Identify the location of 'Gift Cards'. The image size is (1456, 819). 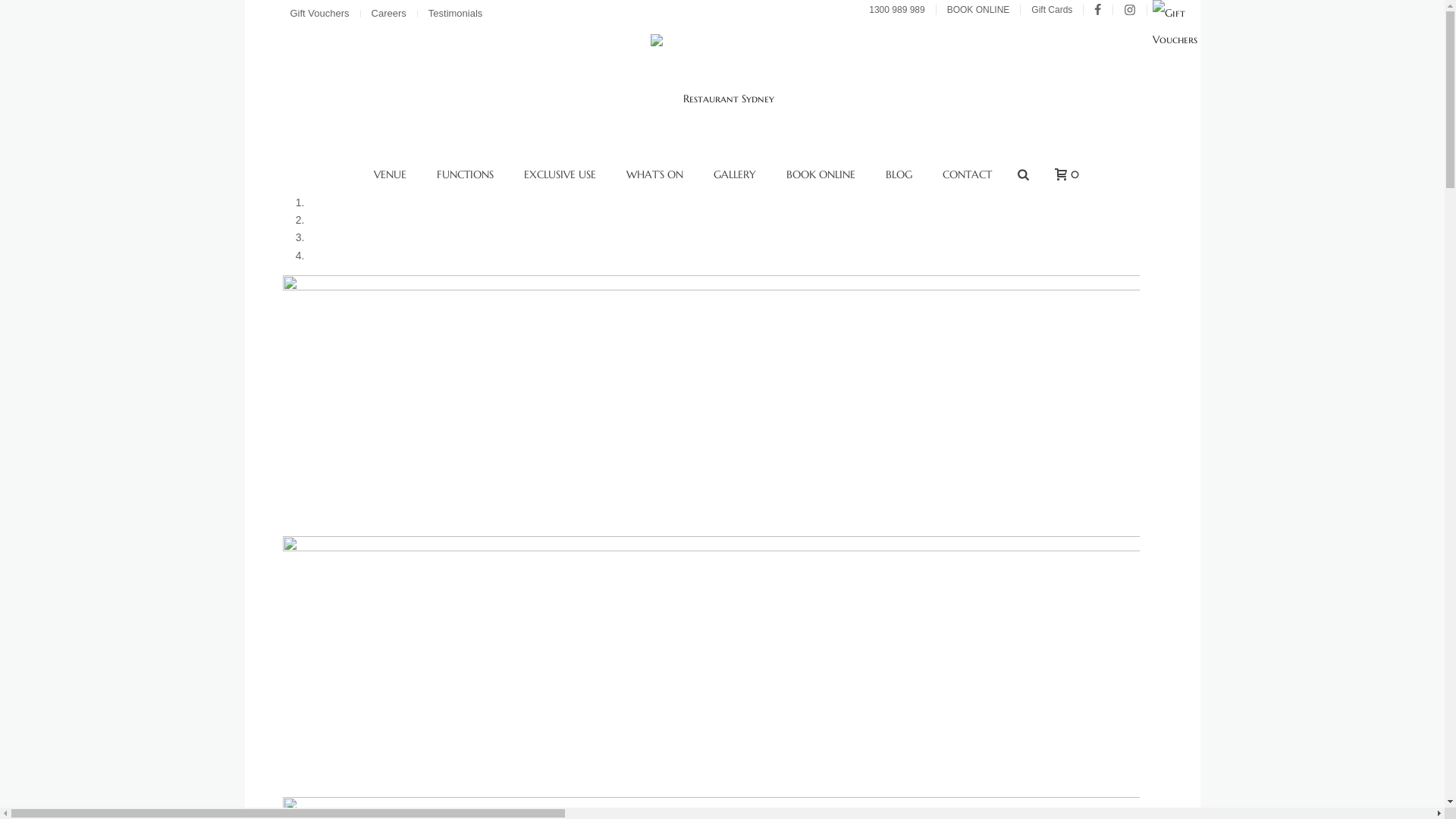
(1053, 9).